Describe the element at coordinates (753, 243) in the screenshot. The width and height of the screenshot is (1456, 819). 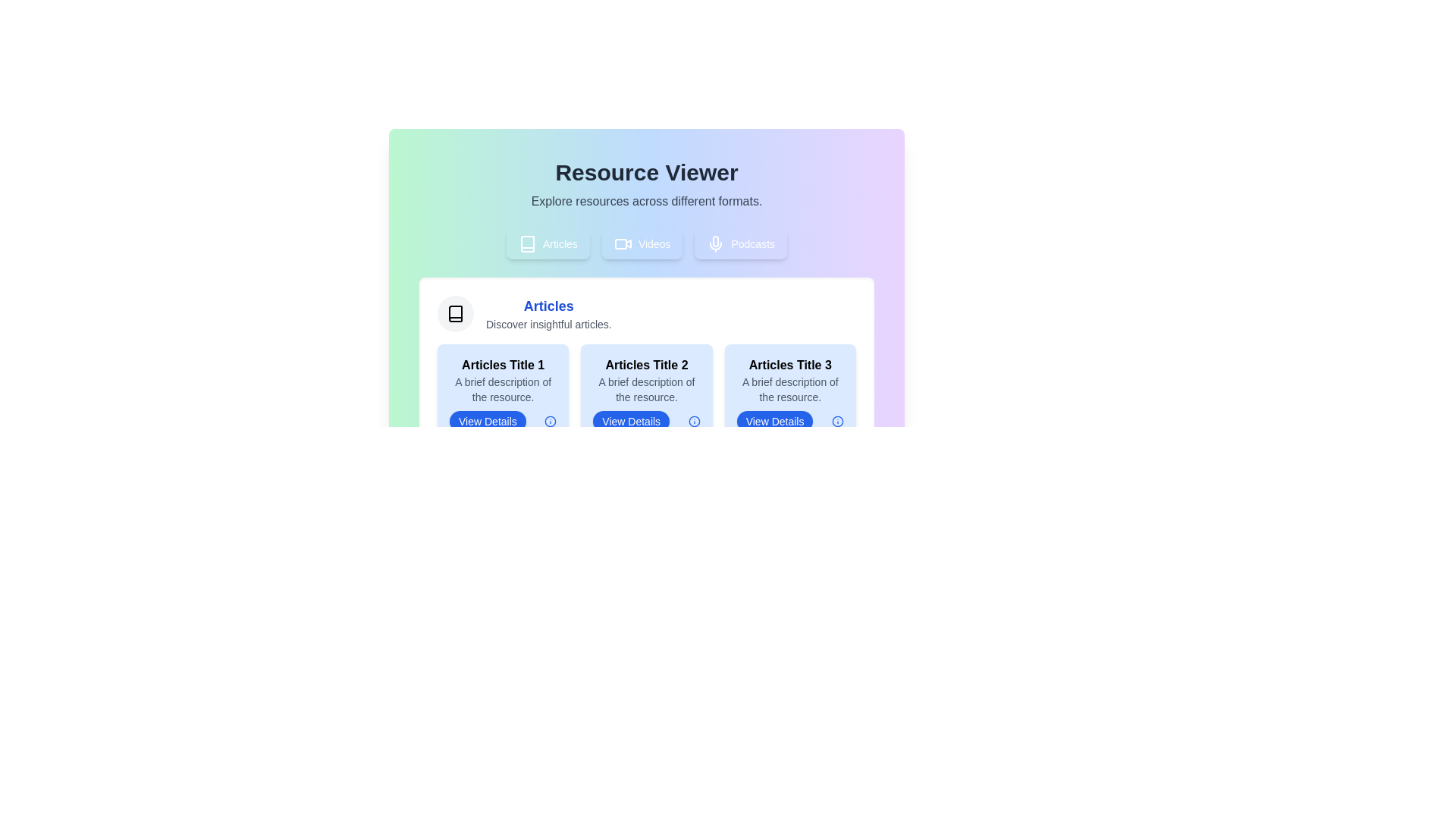
I see `the 'Podcasts' text label located in the navigation menu under 'Resource Viewer'` at that location.